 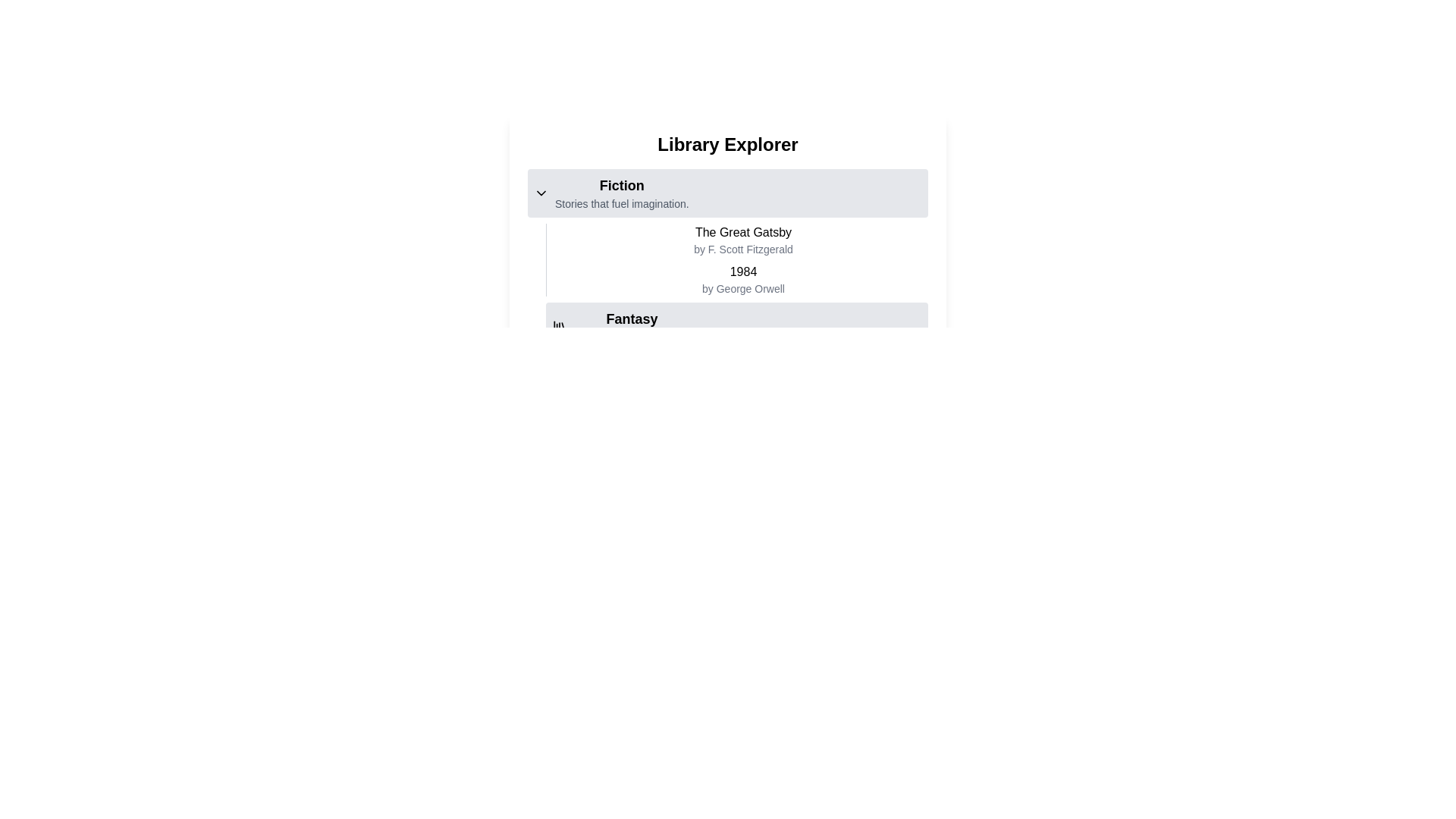 I want to click on the text block that displays information about two books in the 'Fiction' category, located centrally under the 'Fiction' section header, so click(x=736, y=259).